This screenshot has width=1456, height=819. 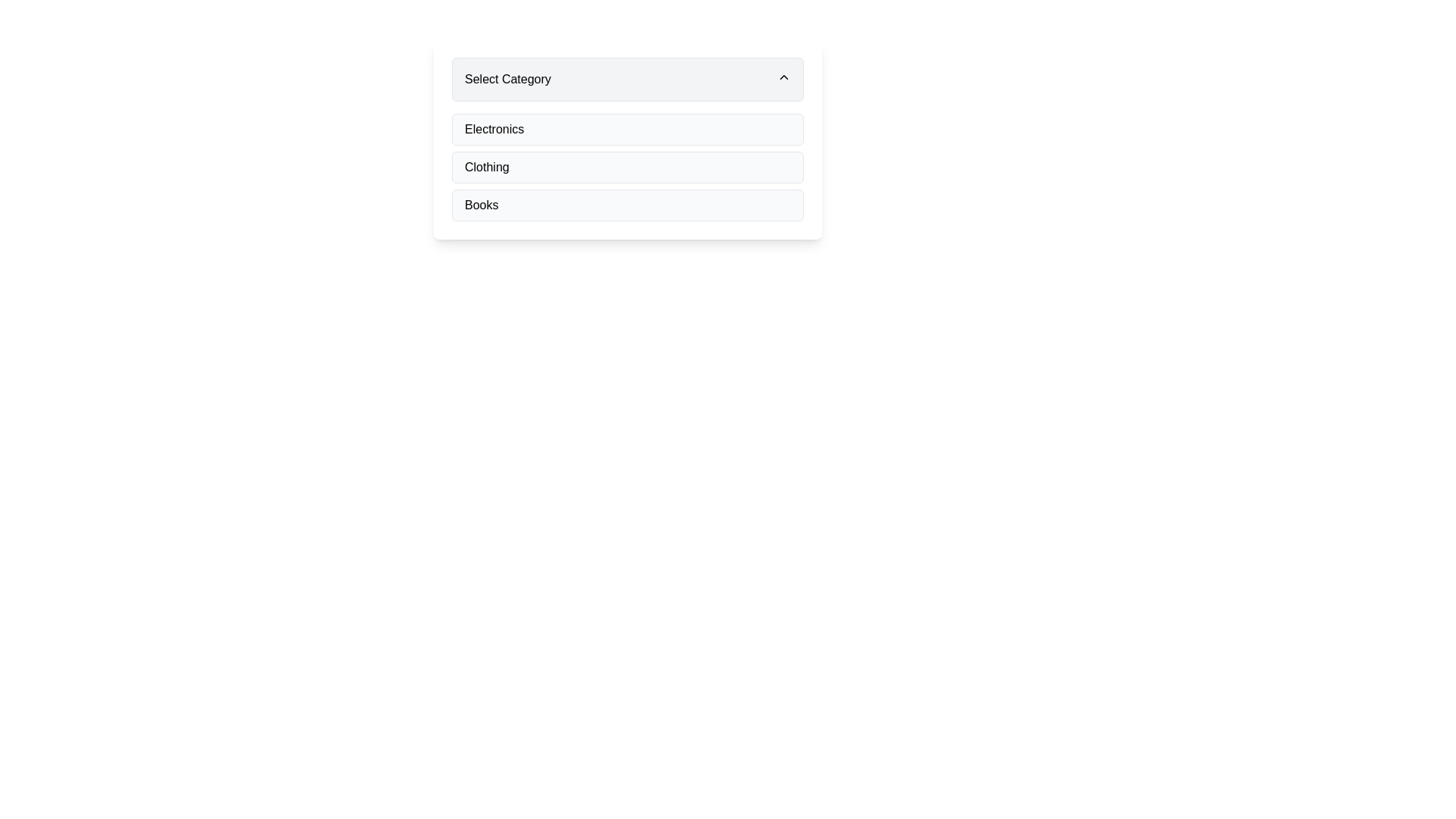 What do you see at coordinates (628, 167) in the screenshot?
I see `the 'Clothing' category selection button, which is the second option in the dropdown menu between 'Electronics' and 'Books'` at bounding box center [628, 167].